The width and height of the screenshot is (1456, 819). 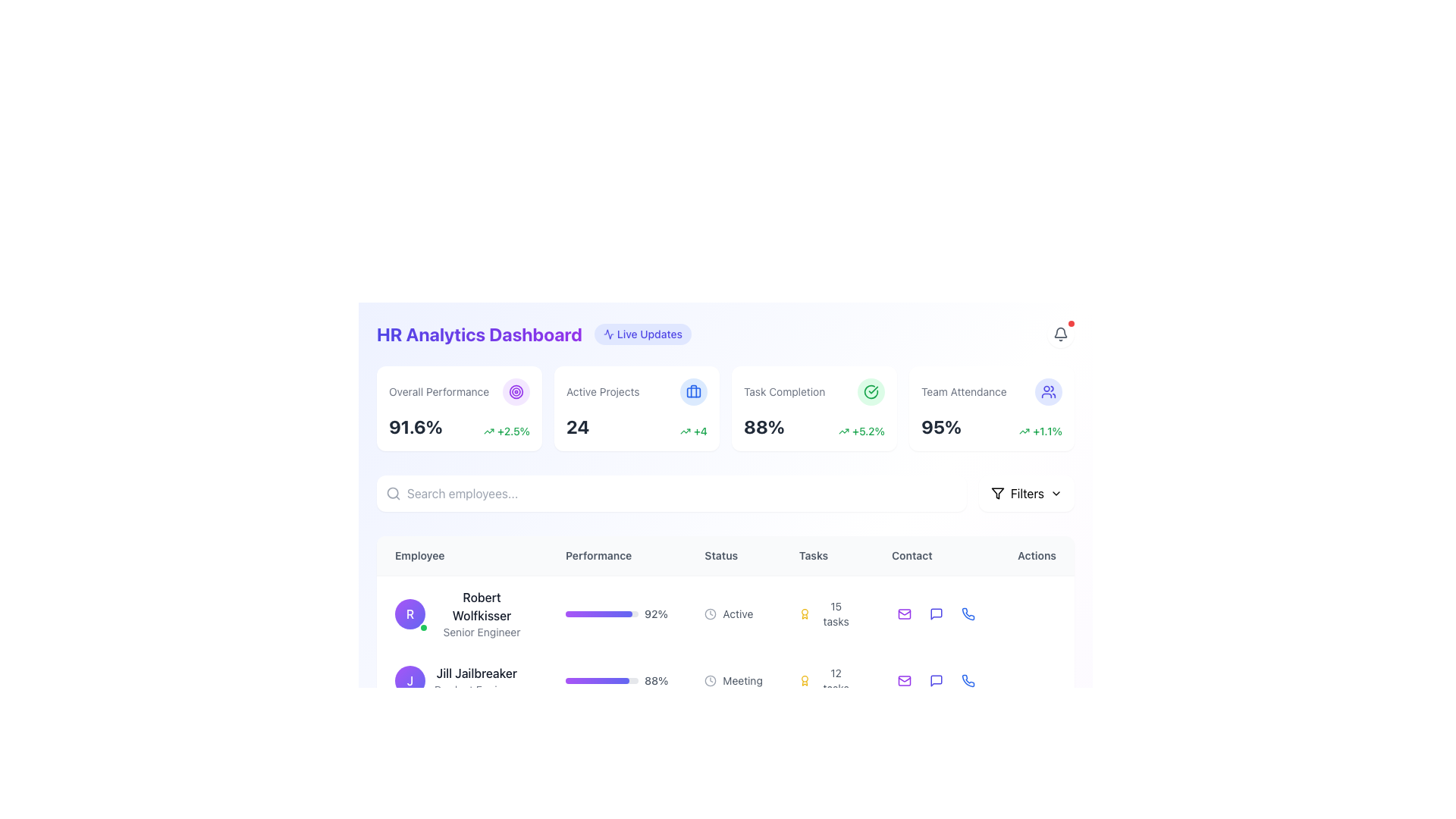 I want to click on the employee performance table located in the lower-right section of the page, below the 'Filters' section, so click(x=724, y=651).